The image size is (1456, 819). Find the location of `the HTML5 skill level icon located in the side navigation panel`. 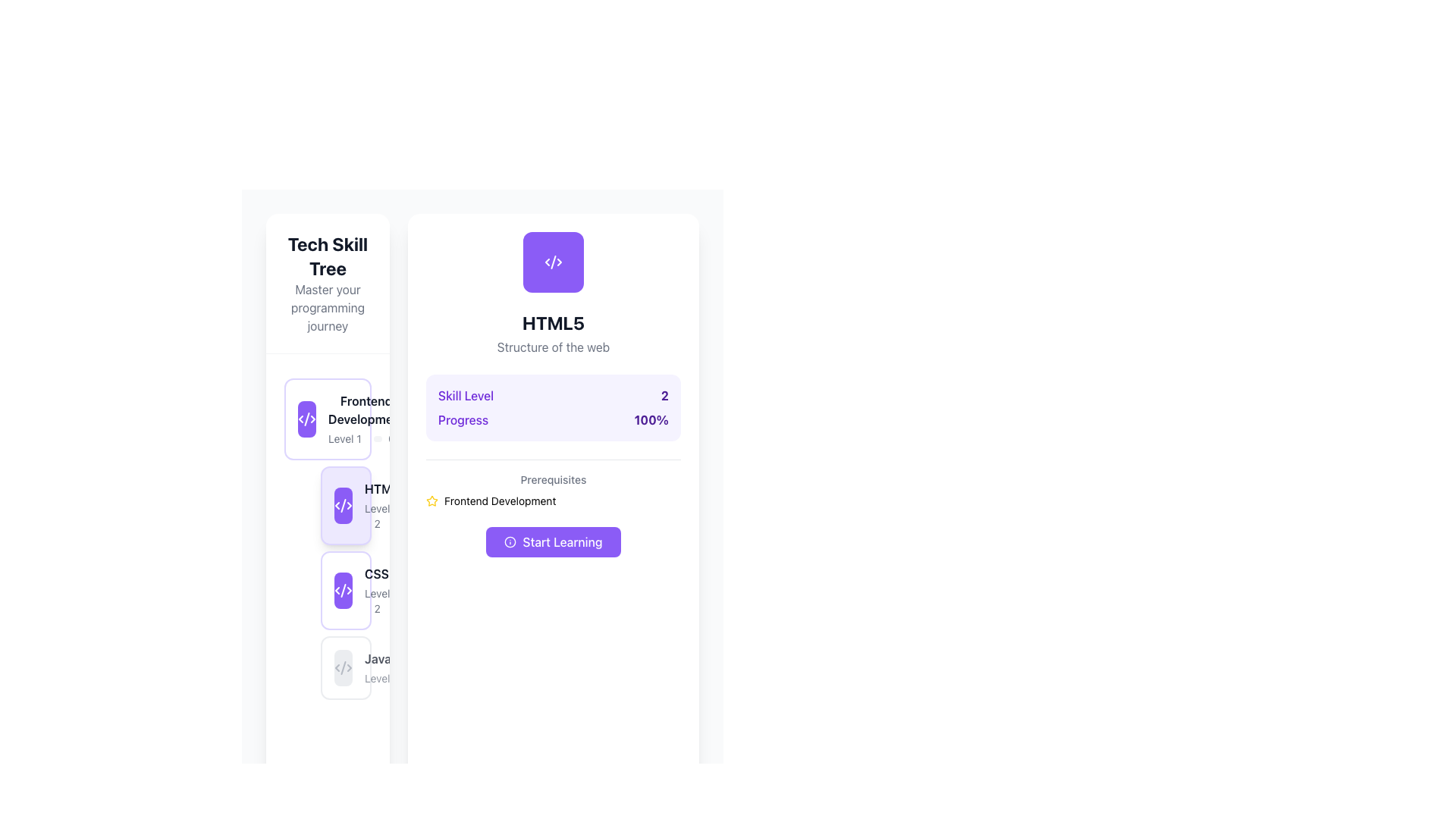

the HTML5 skill level icon located in the side navigation panel is located at coordinates (342, 506).